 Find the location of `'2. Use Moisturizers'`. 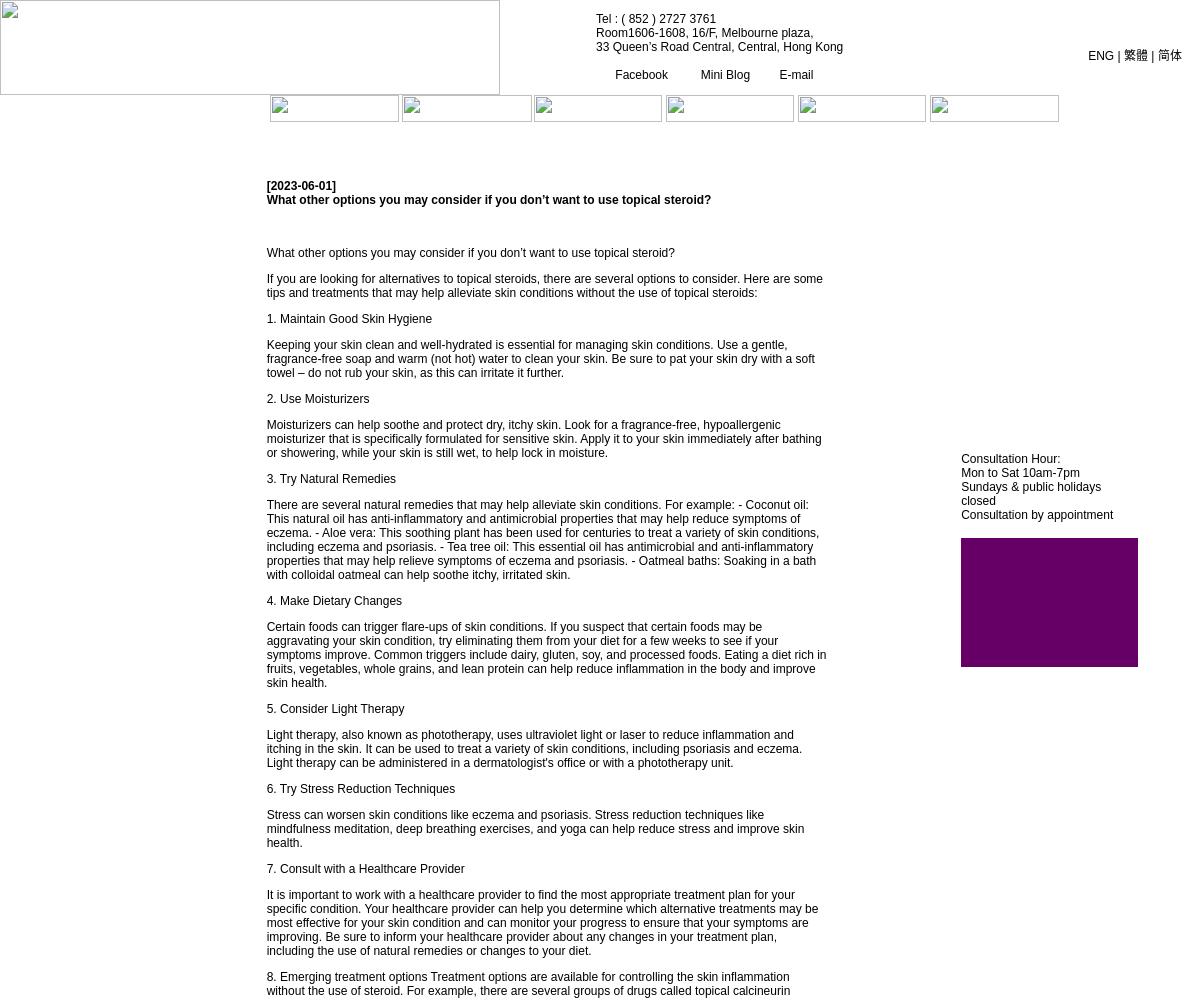

'2. Use Moisturizers' is located at coordinates (265, 399).